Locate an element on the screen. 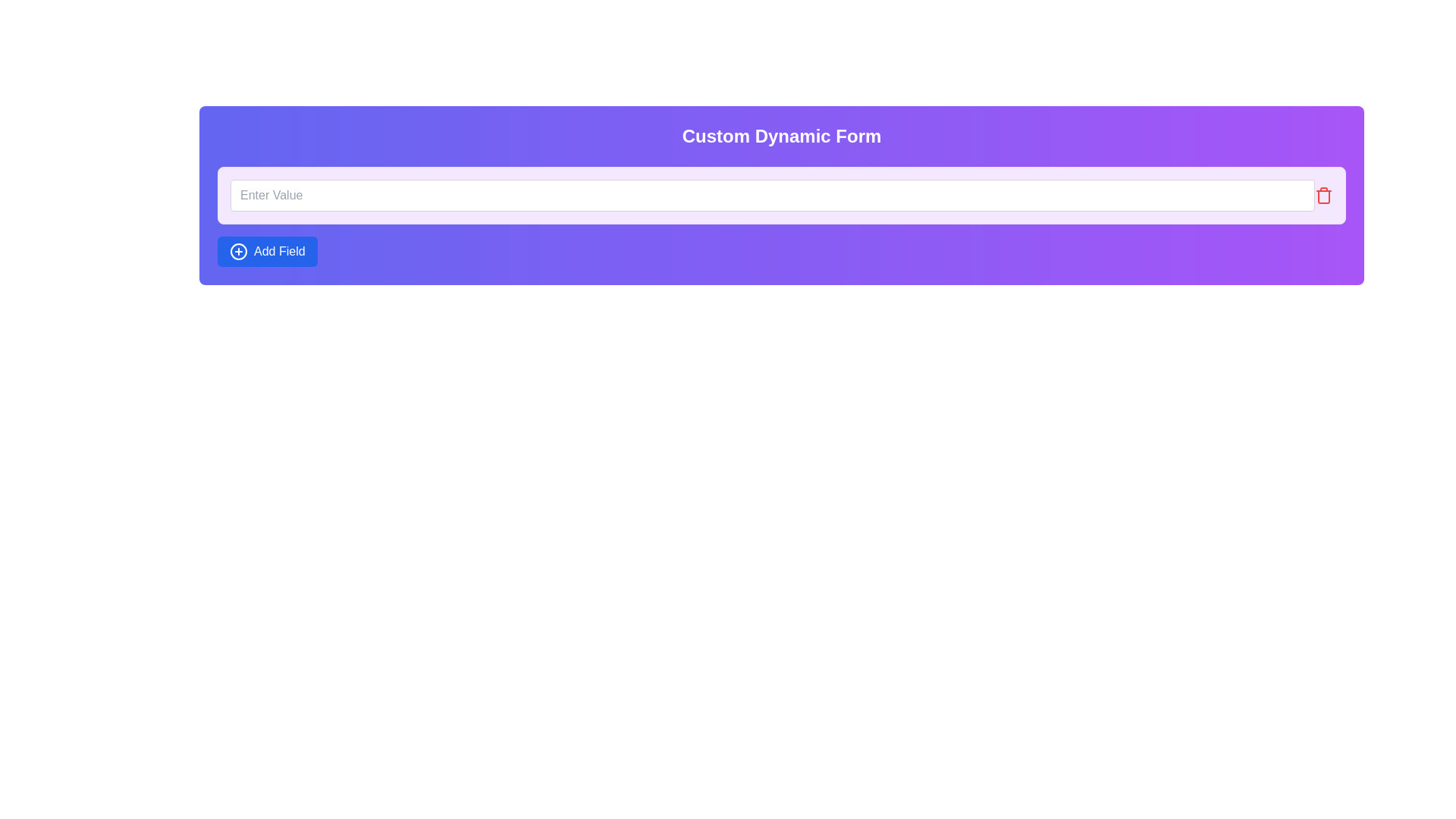  the 'Add Field' text label located within the button at the bottom-left area of the form module, which indicates the functionality of adding a new field to the form is located at coordinates (279, 250).